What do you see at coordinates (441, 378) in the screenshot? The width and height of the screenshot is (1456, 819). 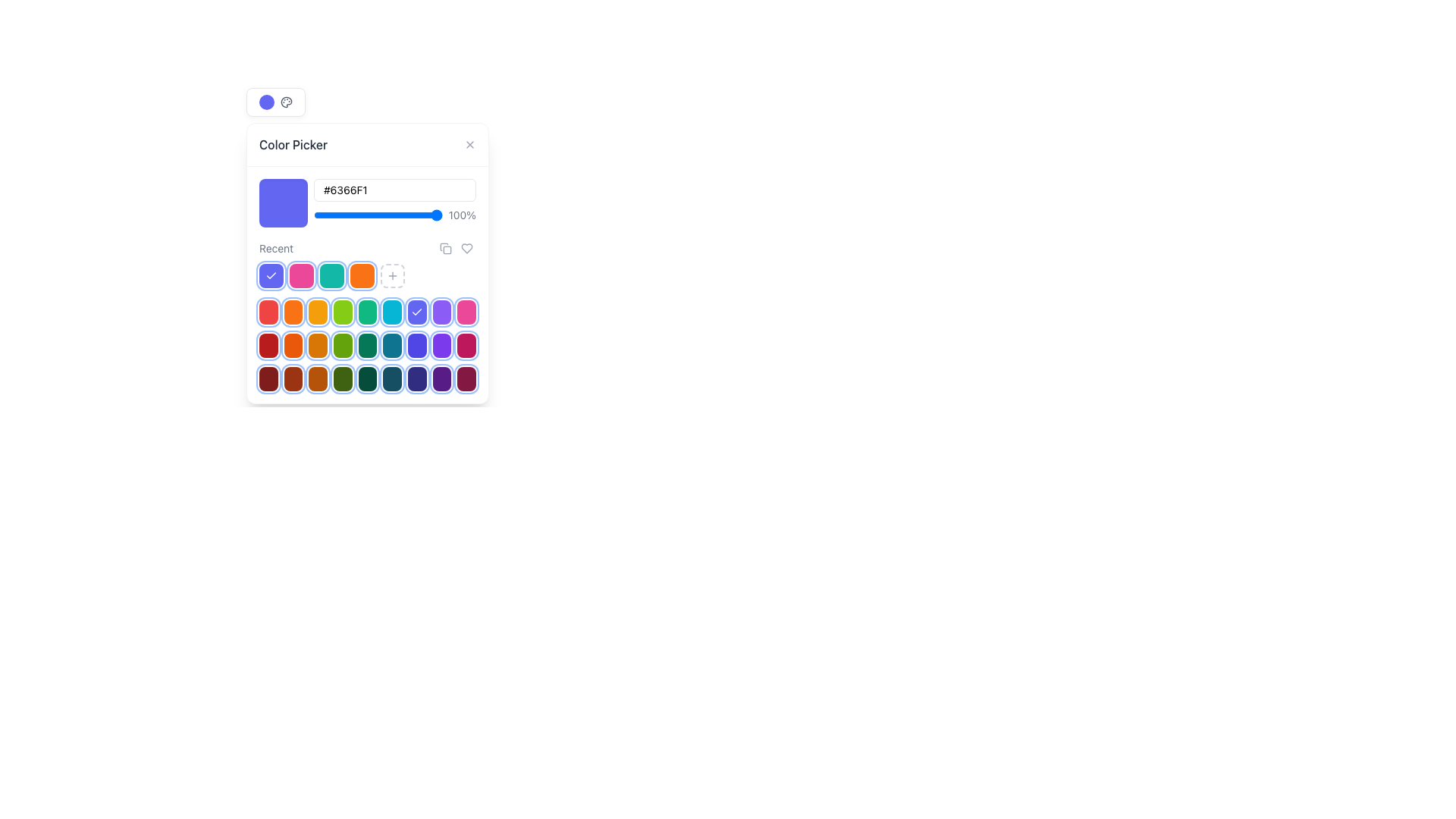 I see `the eighth button with a purple background and rounded corners in the color picker interface` at bounding box center [441, 378].